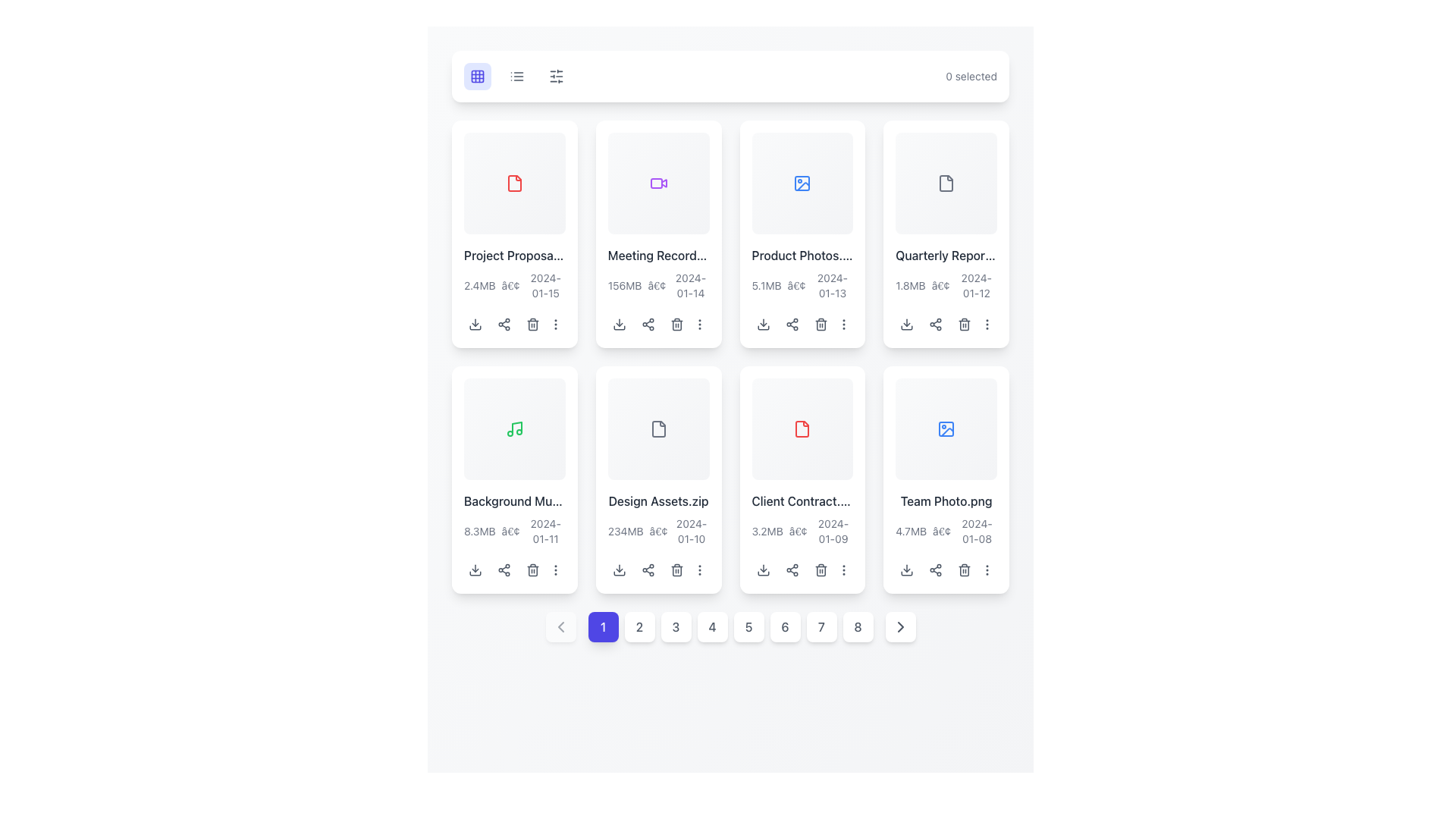  What do you see at coordinates (935, 570) in the screenshot?
I see `the share button located in the bottom-right corner of the 'Team Photo.png' card, positioned between the download button and the trash button` at bounding box center [935, 570].